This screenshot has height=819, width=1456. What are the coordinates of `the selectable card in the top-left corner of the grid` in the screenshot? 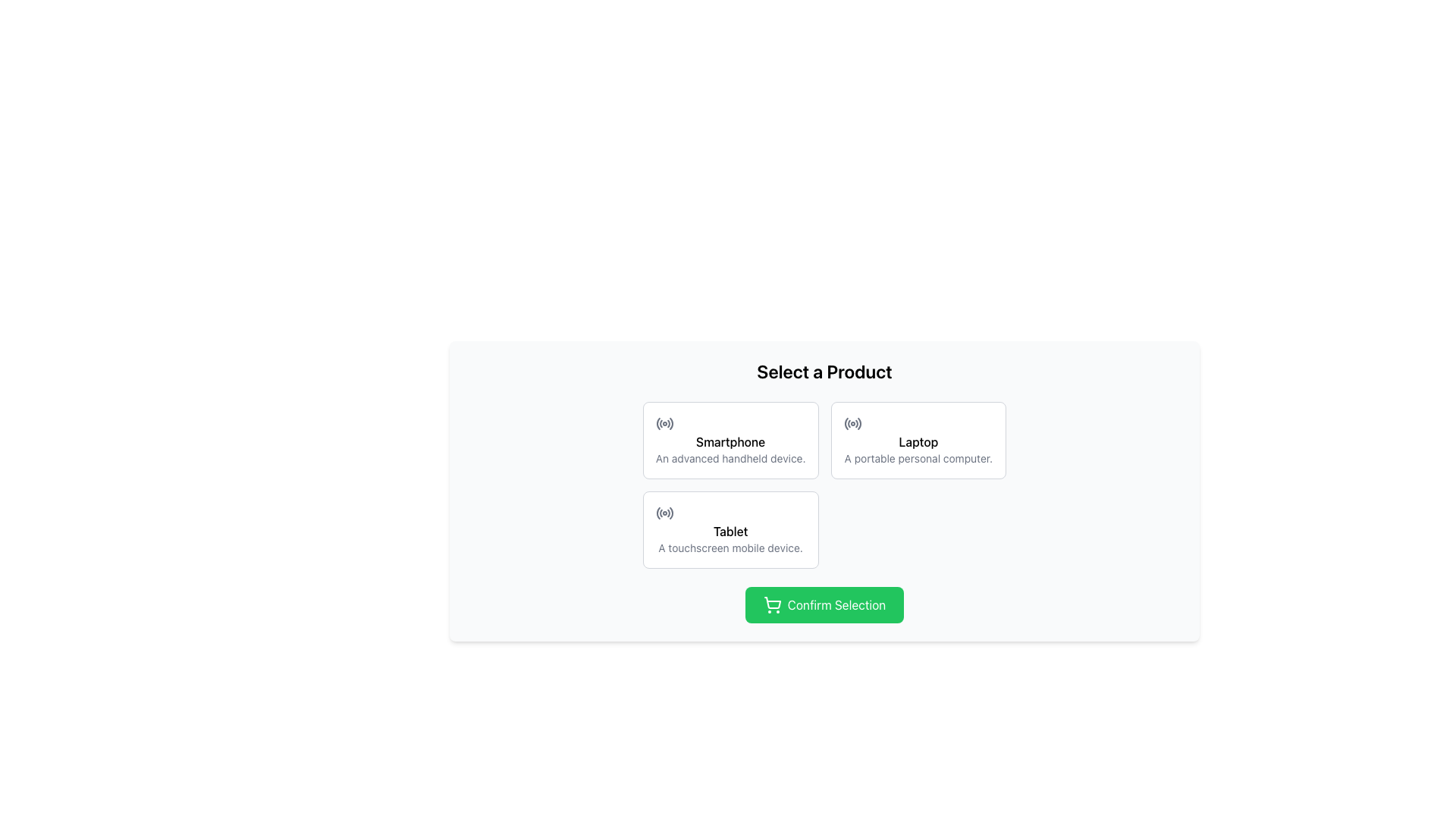 It's located at (730, 441).